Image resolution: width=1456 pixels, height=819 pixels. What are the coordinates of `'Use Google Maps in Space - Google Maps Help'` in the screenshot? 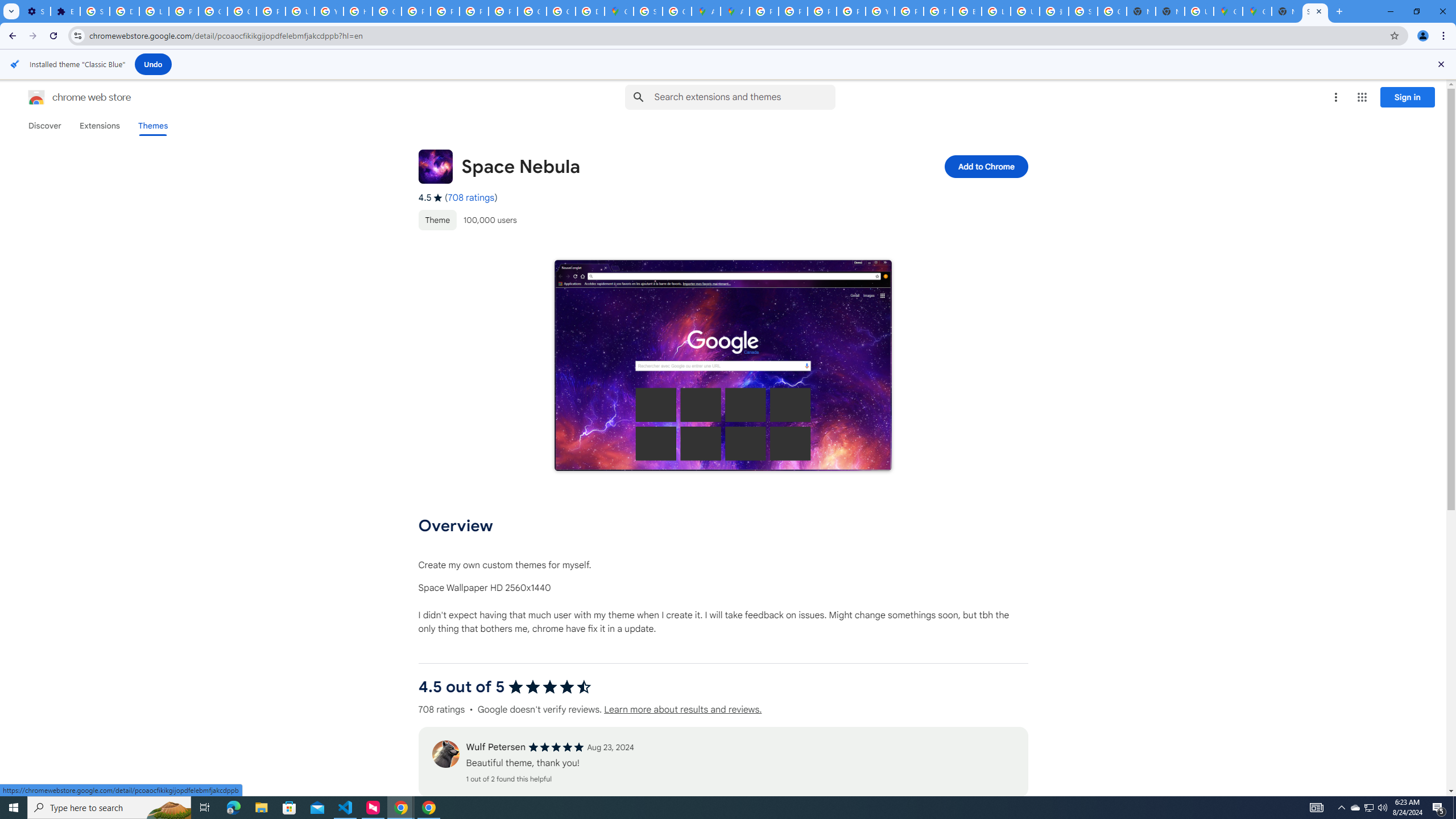 It's located at (1198, 11).